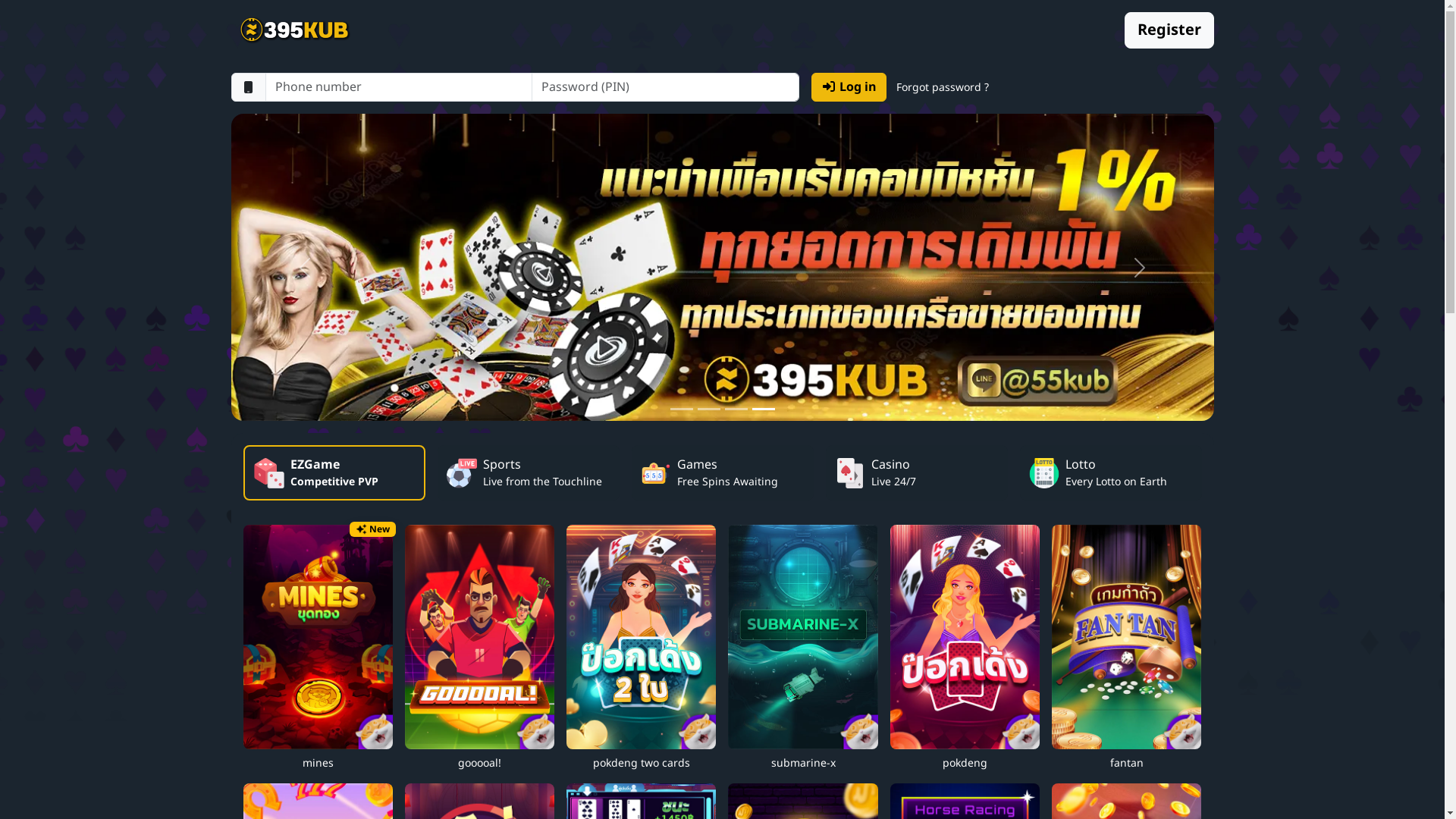 This screenshot has width=1456, height=819. What do you see at coordinates (1065, 266) in the screenshot?
I see `'Next'` at bounding box center [1065, 266].